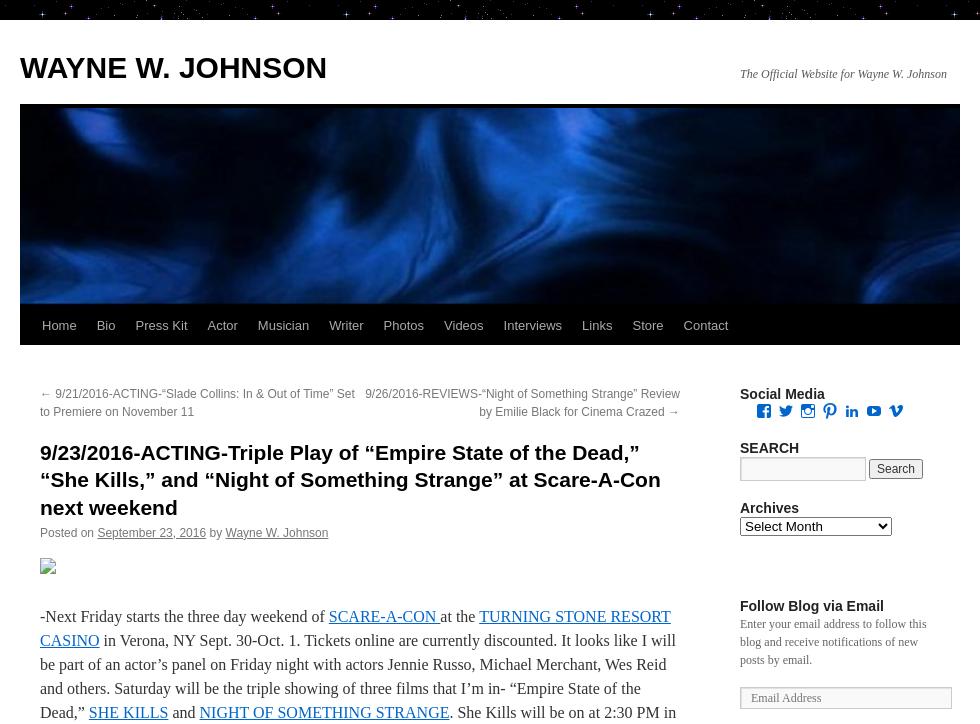 Image resolution: width=980 pixels, height=724 pixels. What do you see at coordinates (522, 402) in the screenshot?
I see `'9/26/2016-REVIEWS-“Night of Something Strange” Review by Emilie Black for Cinema Crazed'` at bounding box center [522, 402].